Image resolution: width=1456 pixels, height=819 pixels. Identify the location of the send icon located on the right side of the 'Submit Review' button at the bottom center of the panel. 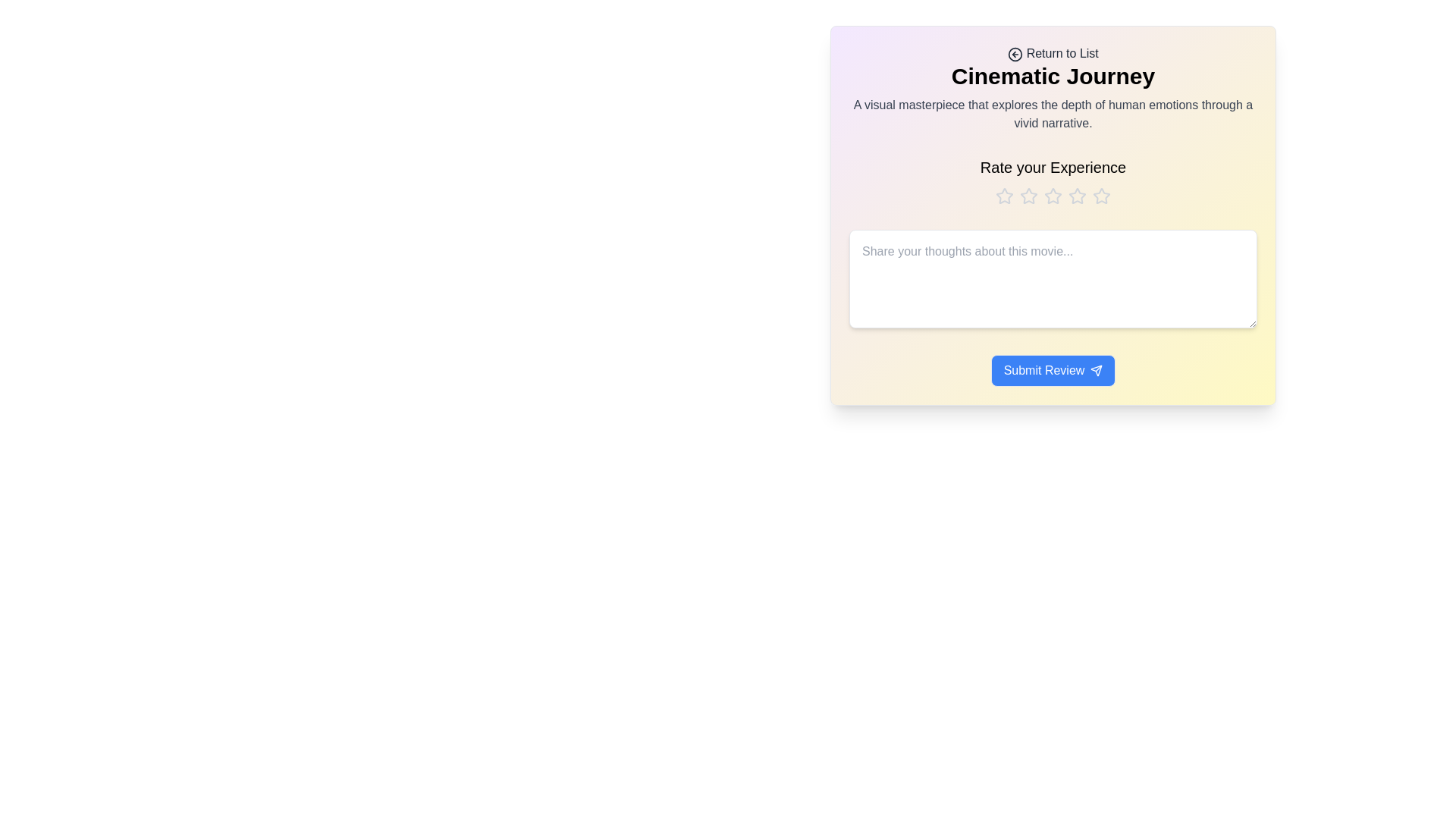
(1097, 371).